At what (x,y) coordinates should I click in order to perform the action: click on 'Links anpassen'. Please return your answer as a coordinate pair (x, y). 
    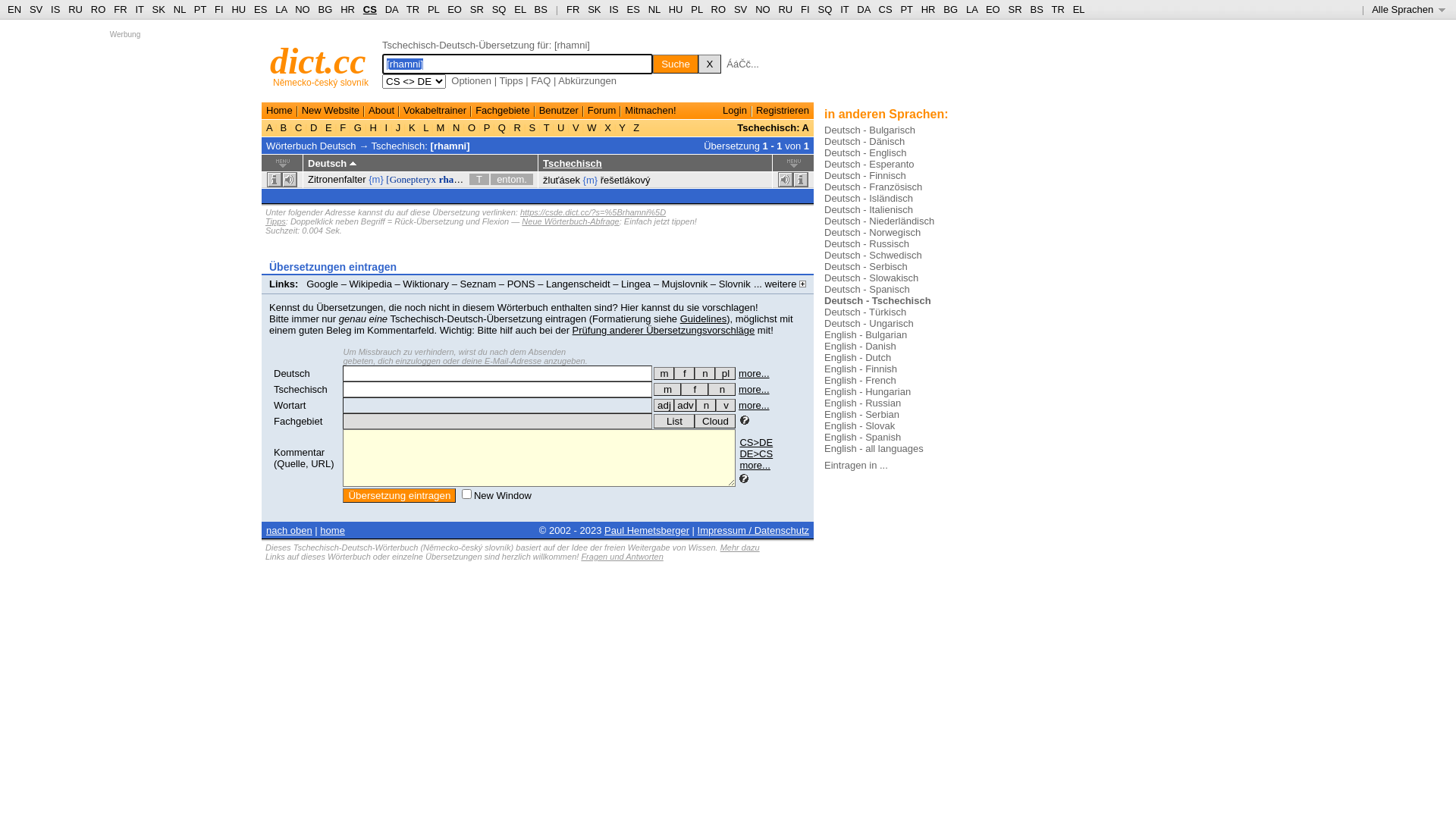
    Looking at the image, I should click on (351, 295).